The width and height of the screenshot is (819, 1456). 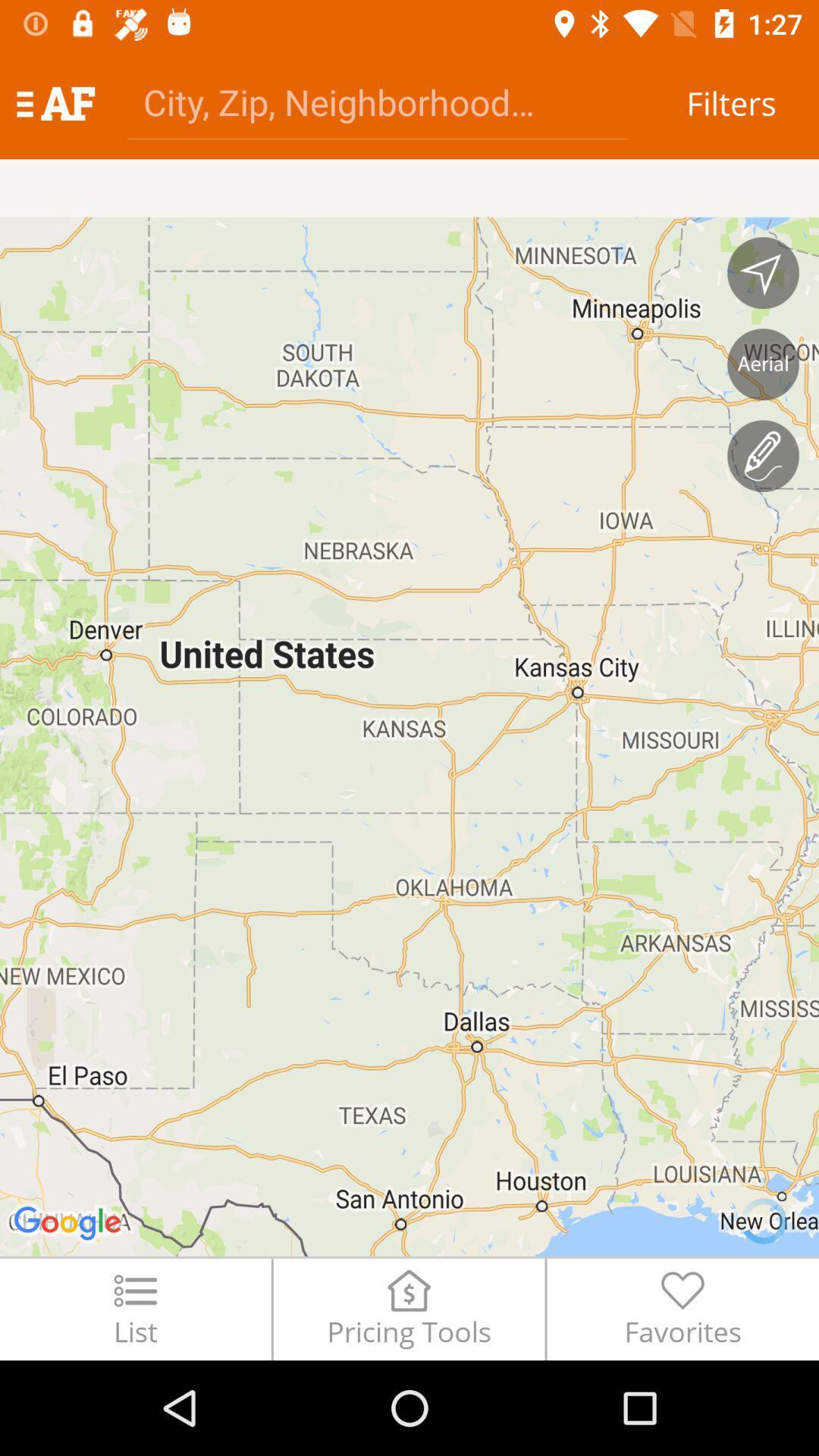 I want to click on the avatar icon, so click(x=763, y=364).